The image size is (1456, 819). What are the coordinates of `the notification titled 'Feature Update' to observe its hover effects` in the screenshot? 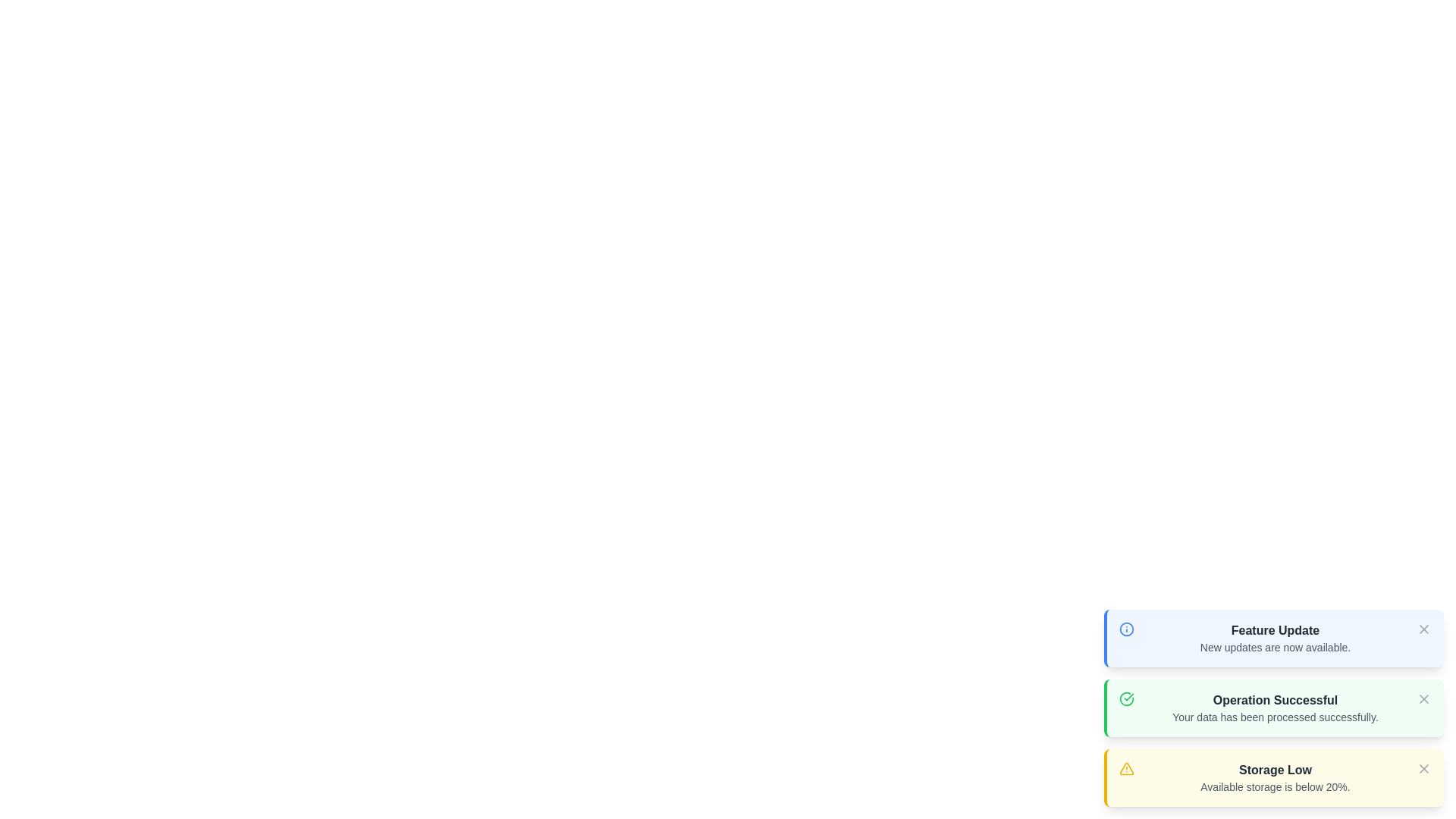 It's located at (1274, 638).